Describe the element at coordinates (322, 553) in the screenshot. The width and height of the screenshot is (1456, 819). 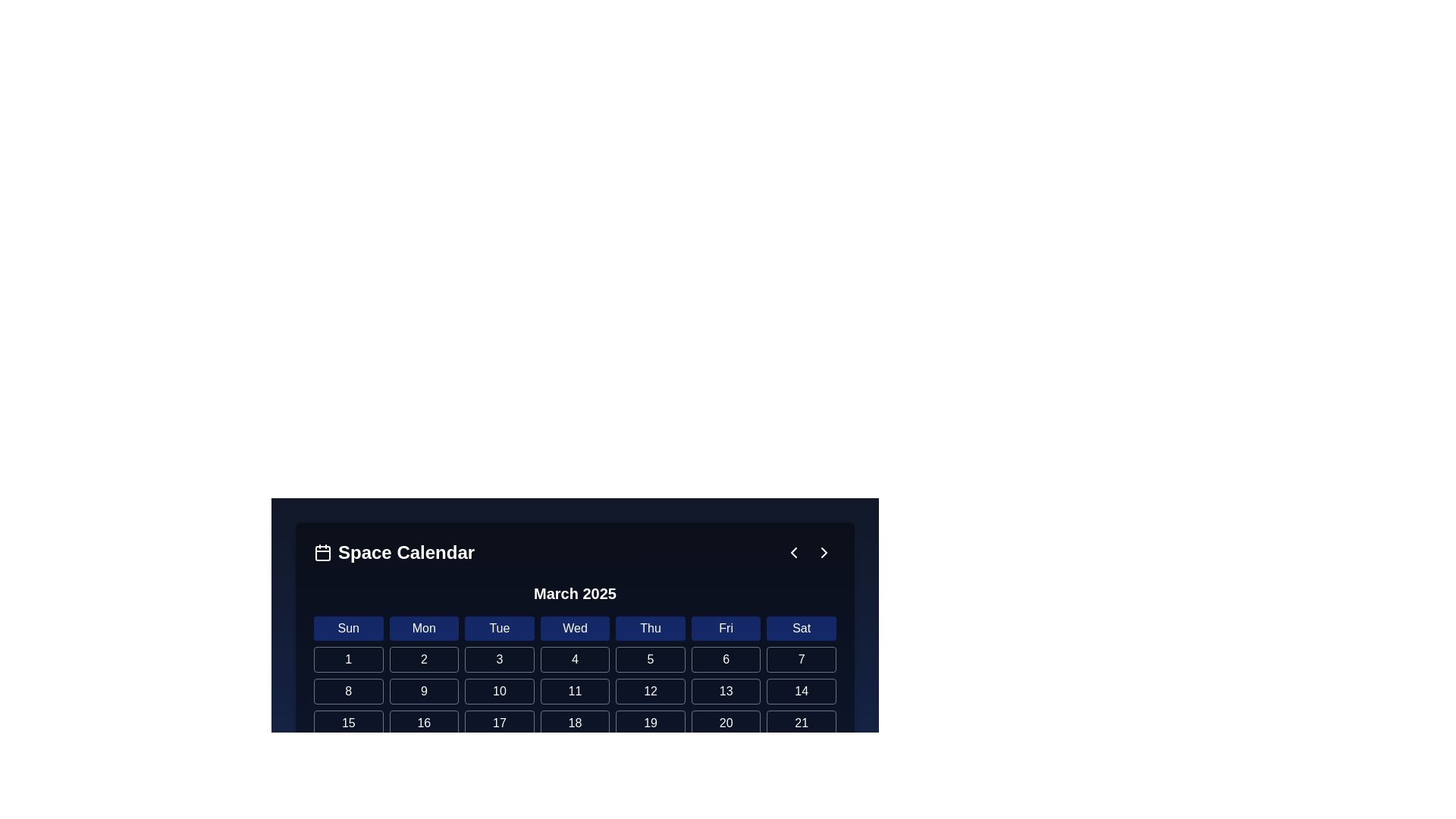
I see `the appearance of the calendar icon, which is a stylized icon with a rounded rectangle outline and two vertical lines at the top, located to the left of the text 'Space Calendar' in the header area` at that location.